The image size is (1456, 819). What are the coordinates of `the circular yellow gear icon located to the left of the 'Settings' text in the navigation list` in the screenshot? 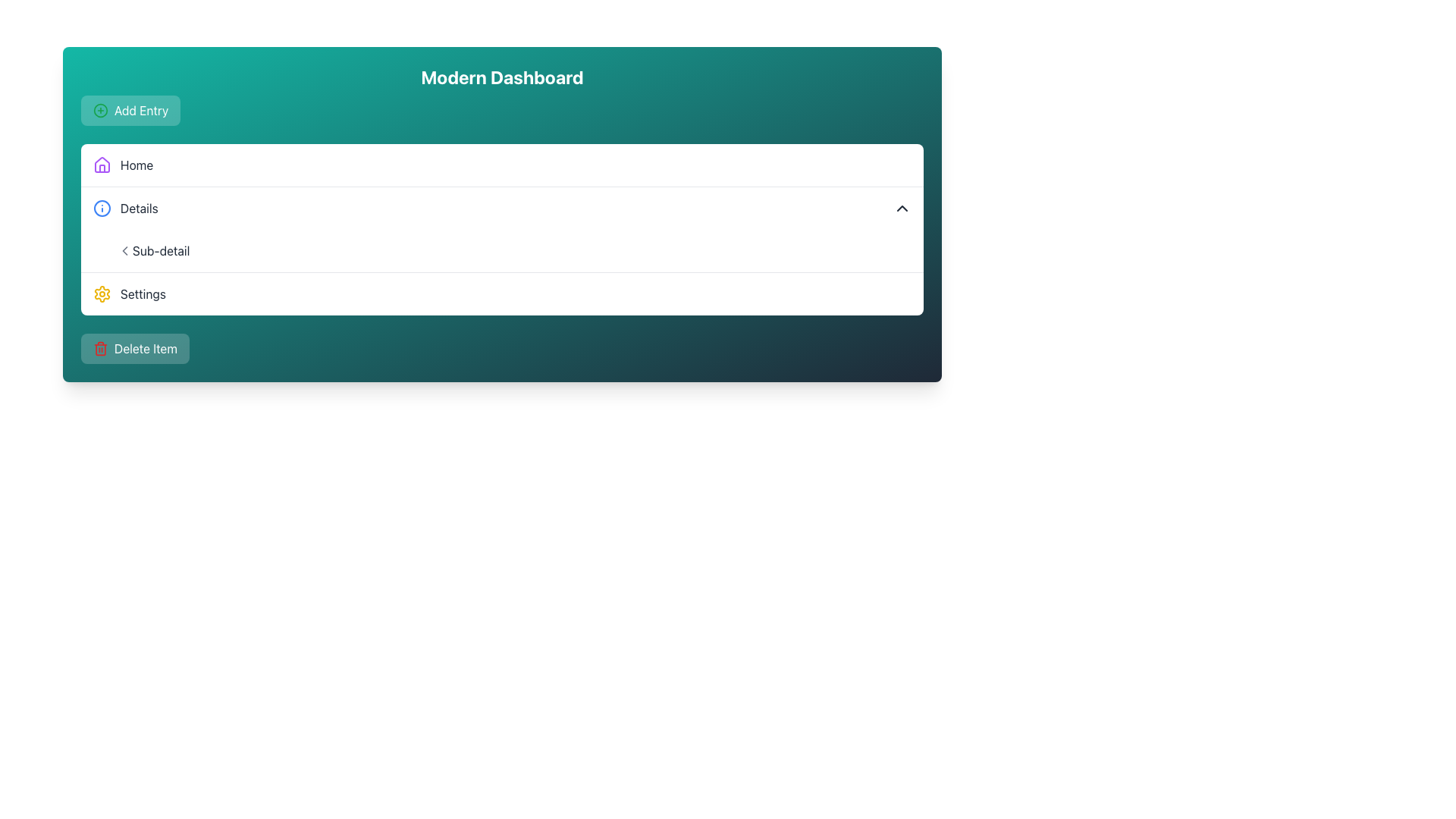 It's located at (101, 294).